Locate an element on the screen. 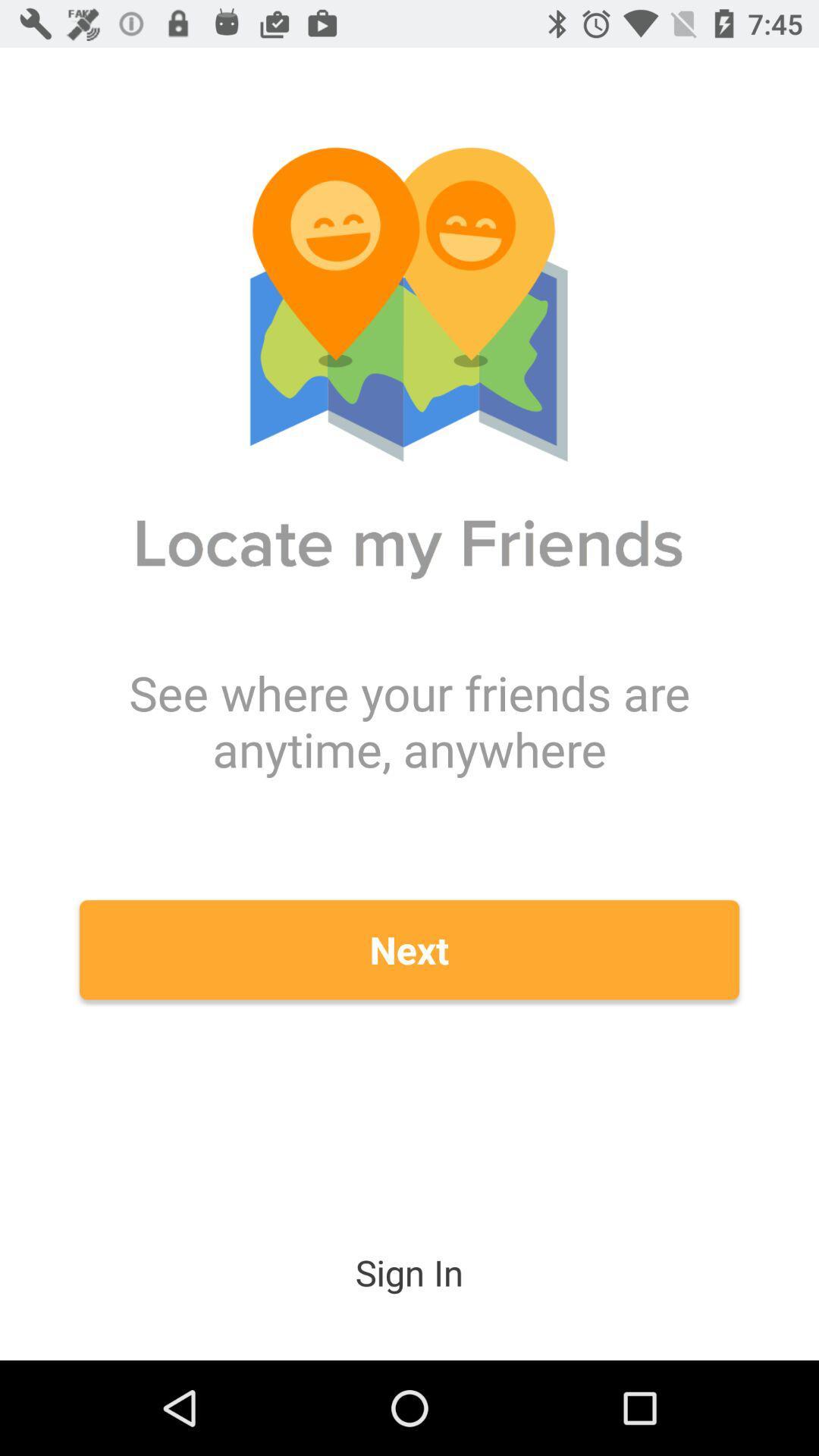 The height and width of the screenshot is (1456, 819). the next item is located at coordinates (409, 949).